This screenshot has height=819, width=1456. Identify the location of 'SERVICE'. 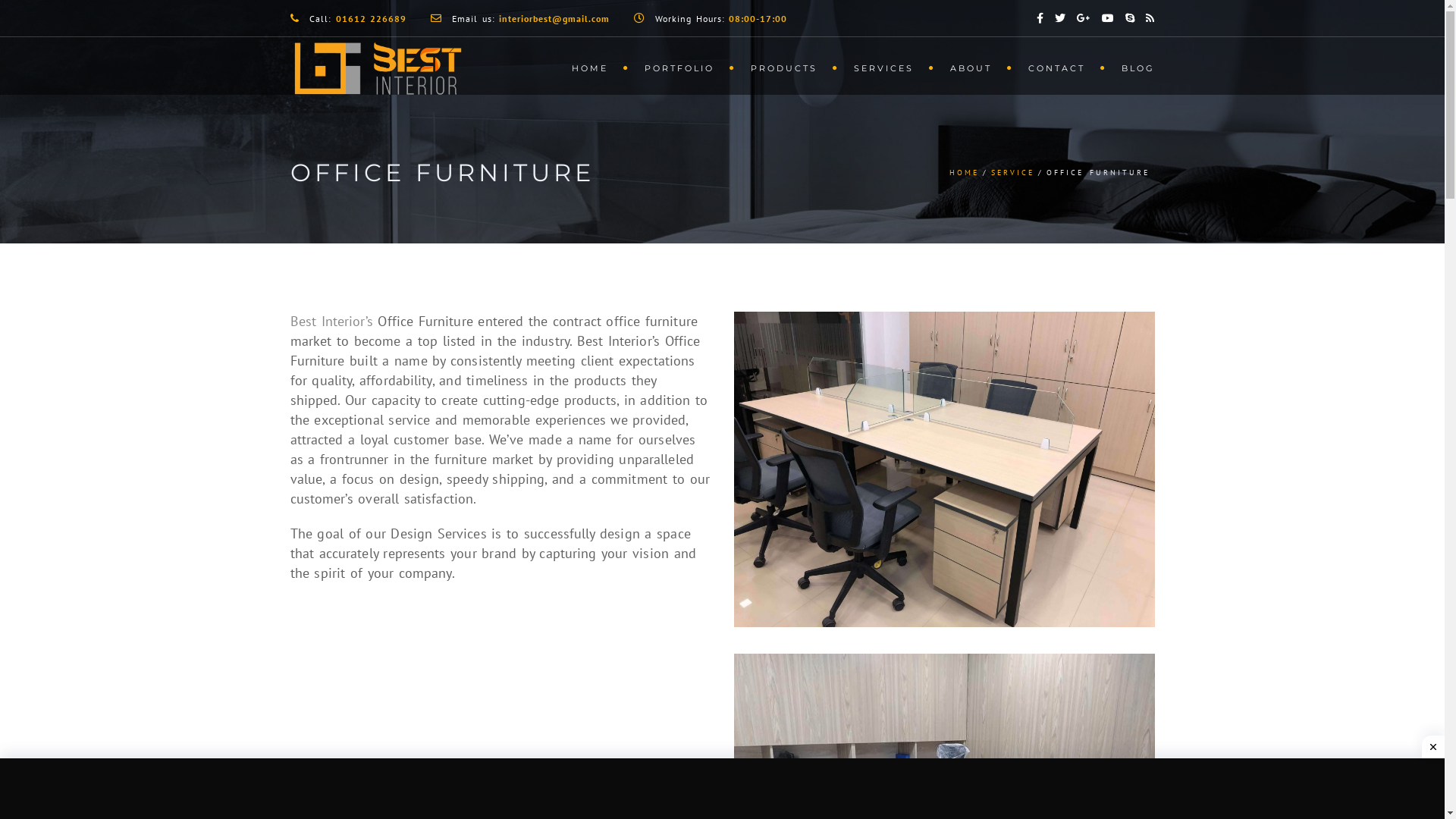
(1012, 171).